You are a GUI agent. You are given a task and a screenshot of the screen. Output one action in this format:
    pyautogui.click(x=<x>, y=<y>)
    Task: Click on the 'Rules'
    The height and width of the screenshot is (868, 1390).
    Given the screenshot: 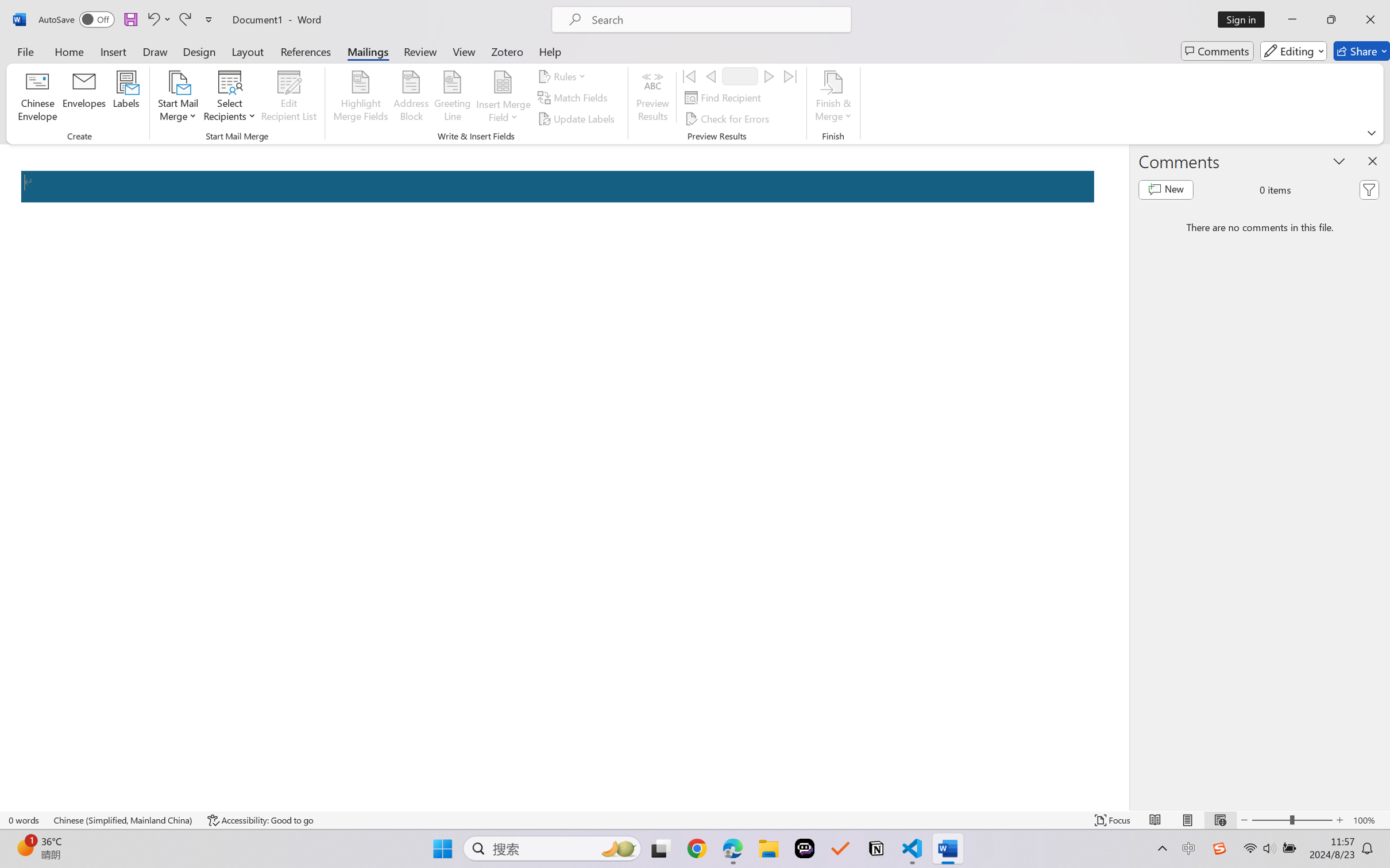 What is the action you would take?
    pyautogui.click(x=563, y=75)
    